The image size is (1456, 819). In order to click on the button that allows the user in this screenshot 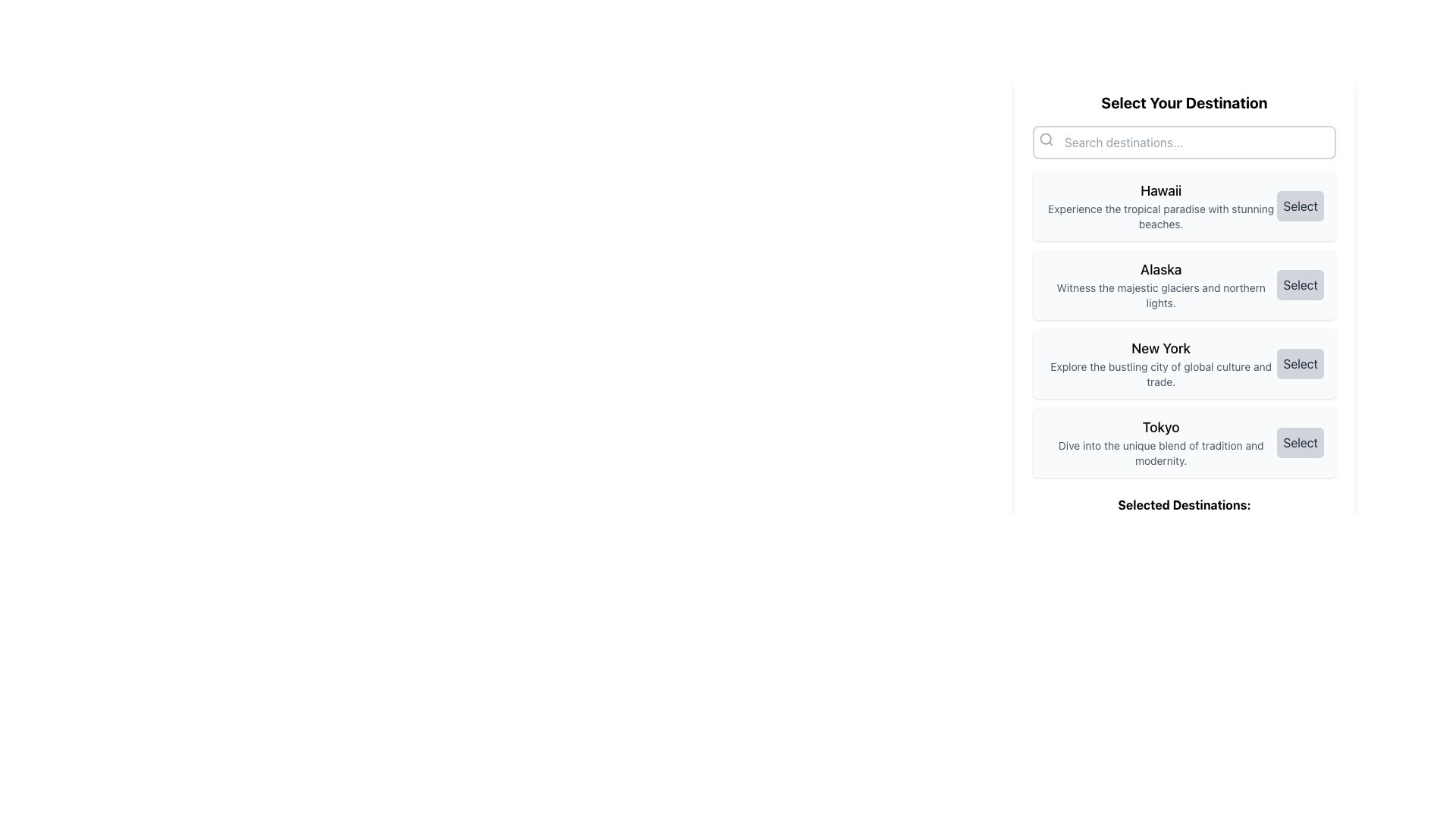, I will do `click(1299, 363)`.